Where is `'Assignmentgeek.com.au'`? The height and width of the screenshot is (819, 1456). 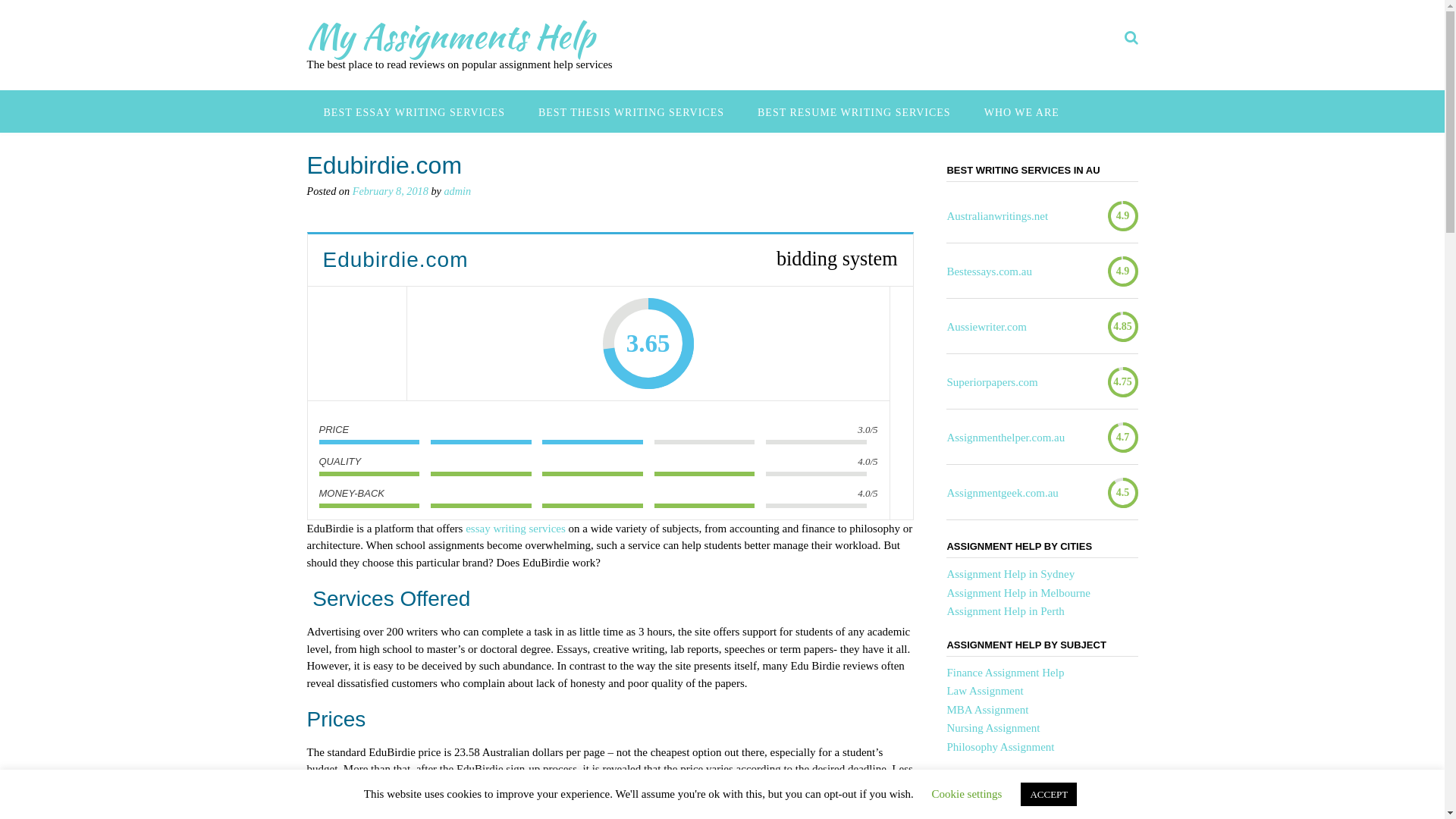
'Assignmentgeek.com.au' is located at coordinates (1002, 493).